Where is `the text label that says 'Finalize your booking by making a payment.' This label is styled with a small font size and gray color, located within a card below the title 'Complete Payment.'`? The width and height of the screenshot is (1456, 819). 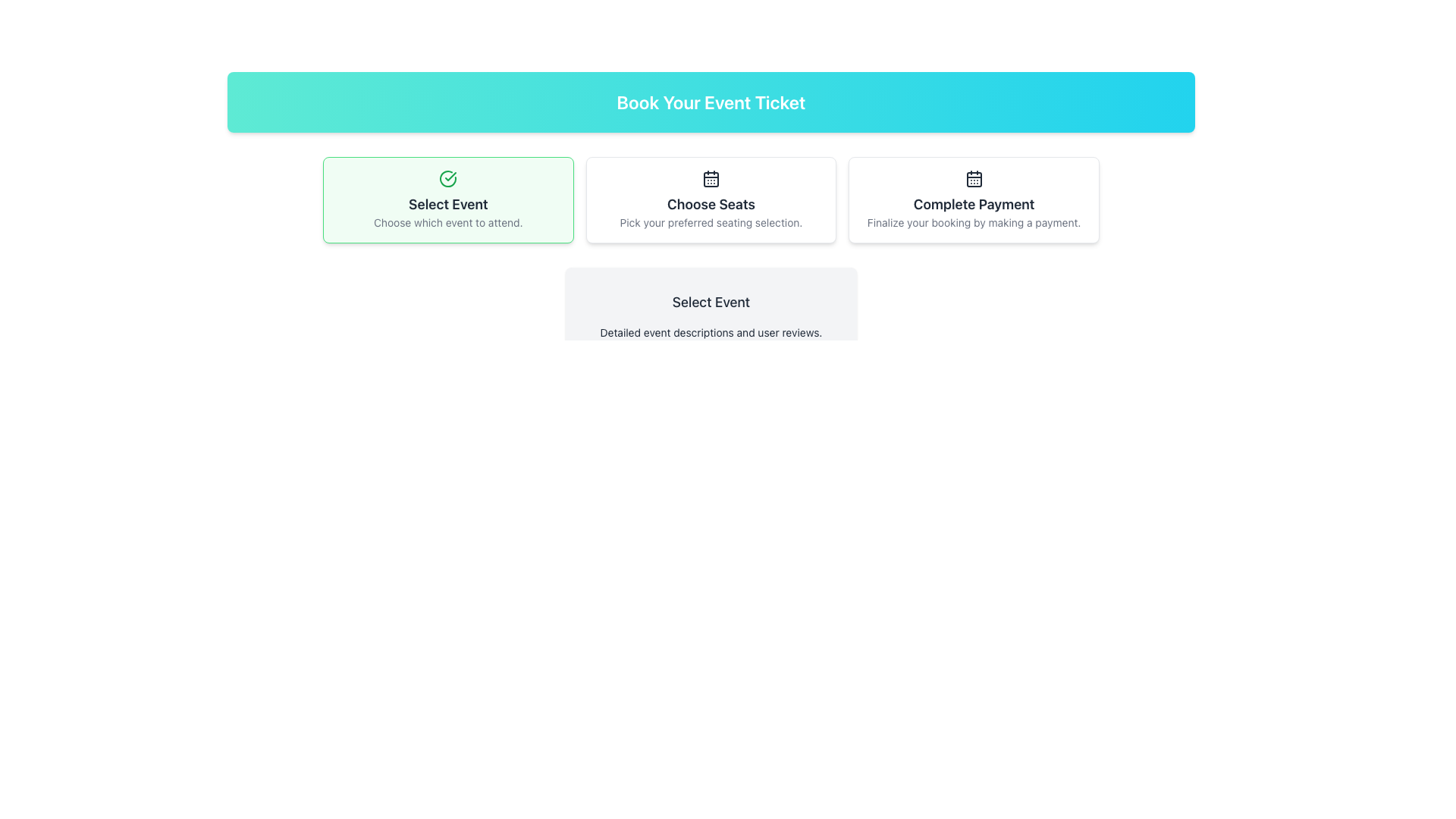 the text label that says 'Finalize your booking by making a payment.' This label is styled with a small font size and gray color, located within a card below the title 'Complete Payment.' is located at coordinates (974, 222).